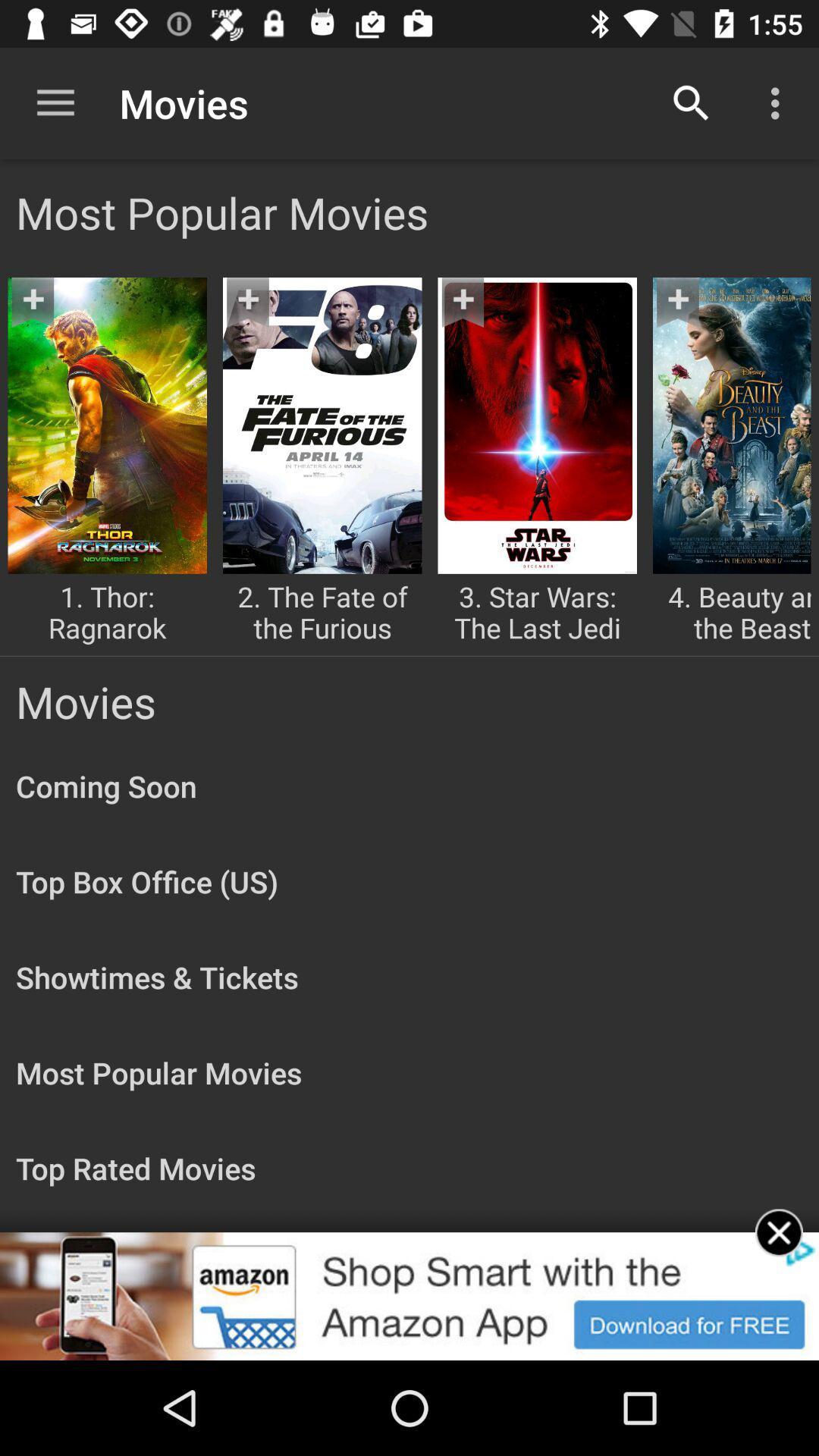 Image resolution: width=819 pixels, height=1456 pixels. Describe the element at coordinates (262, 316) in the screenshot. I see `the bookmark icon` at that location.